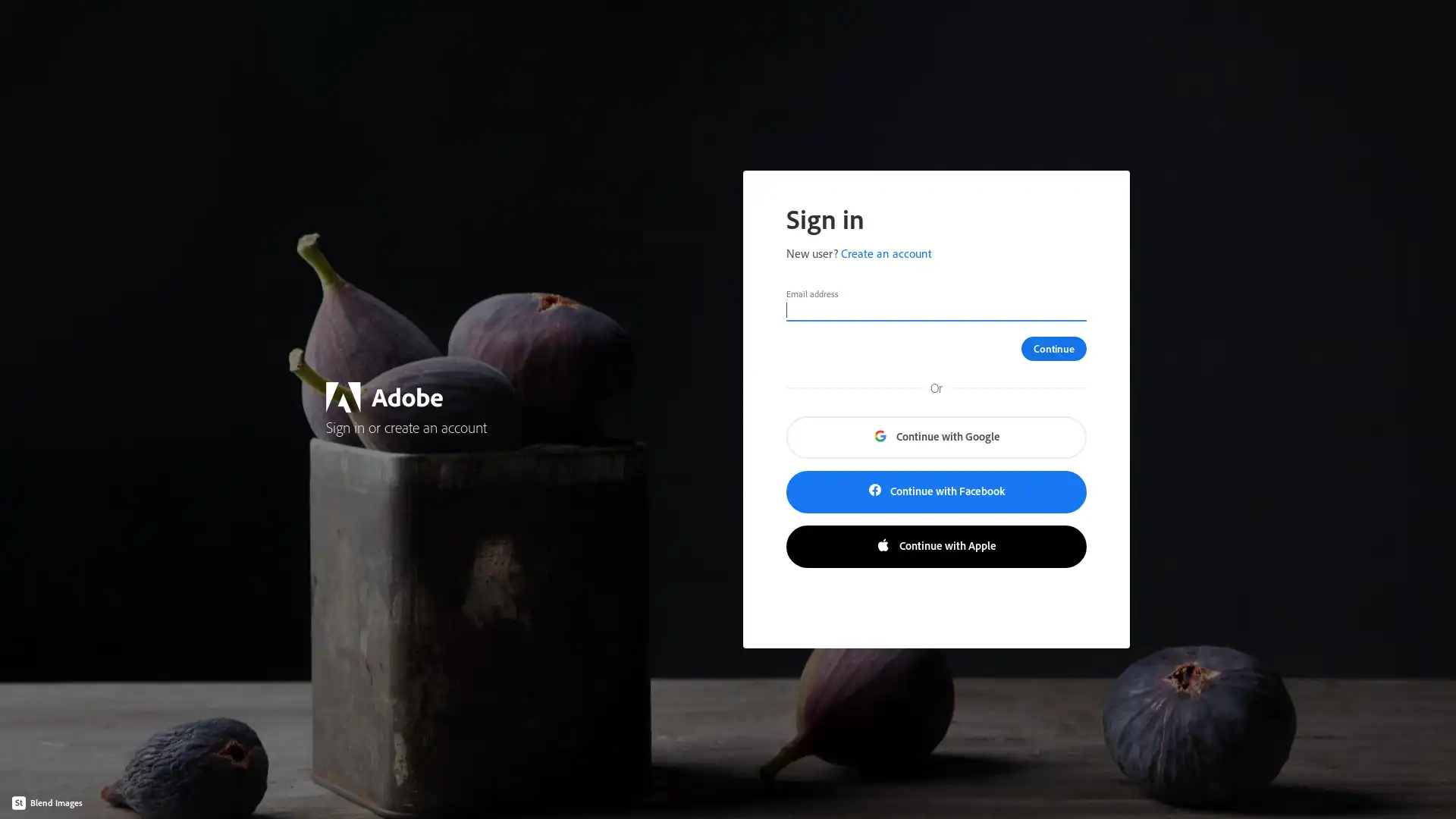 The height and width of the screenshot is (819, 1456). Describe the element at coordinates (935, 547) in the screenshot. I see `Continue with Apple` at that location.